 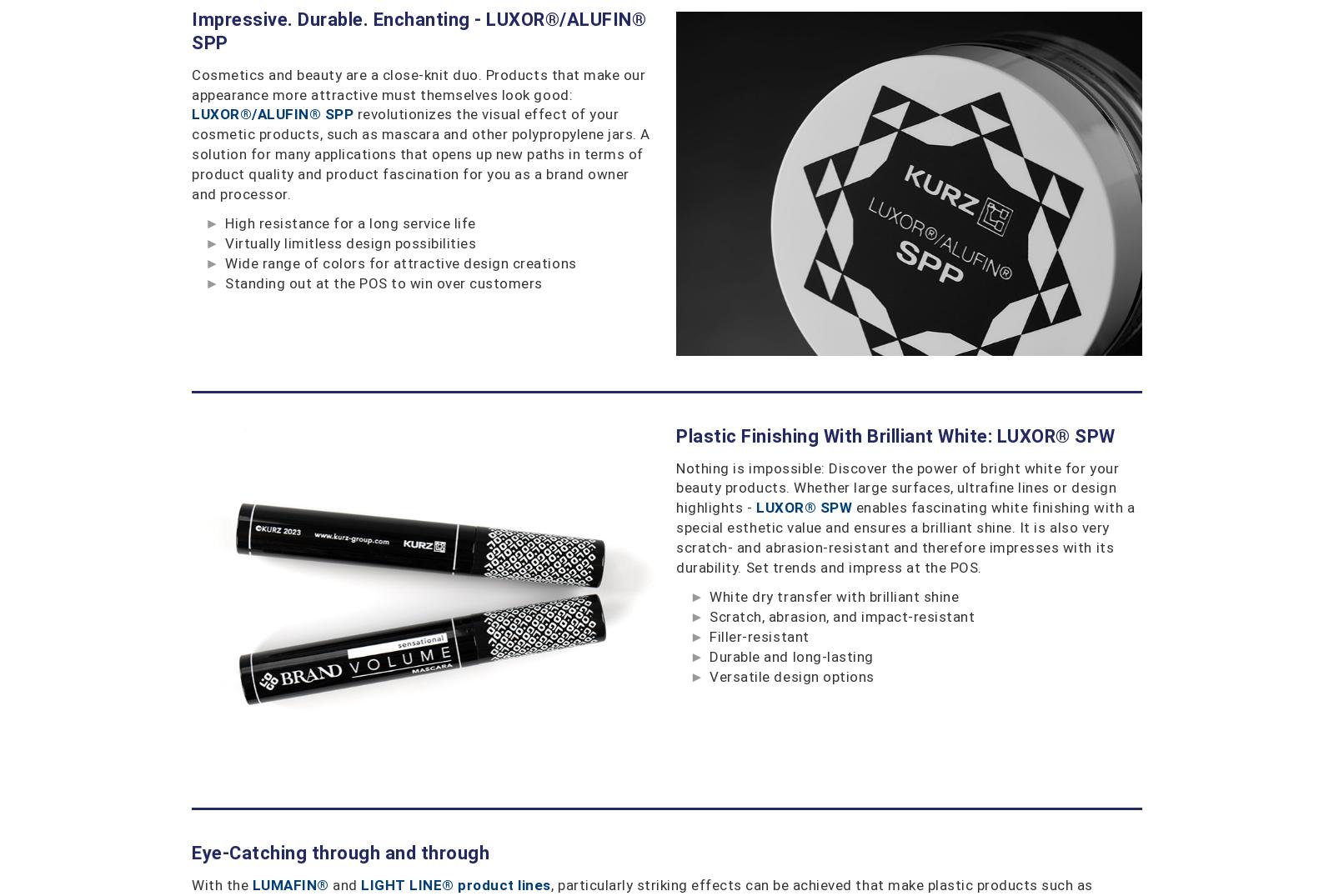 I want to click on 'LUXOR® SPW', so click(x=803, y=506).